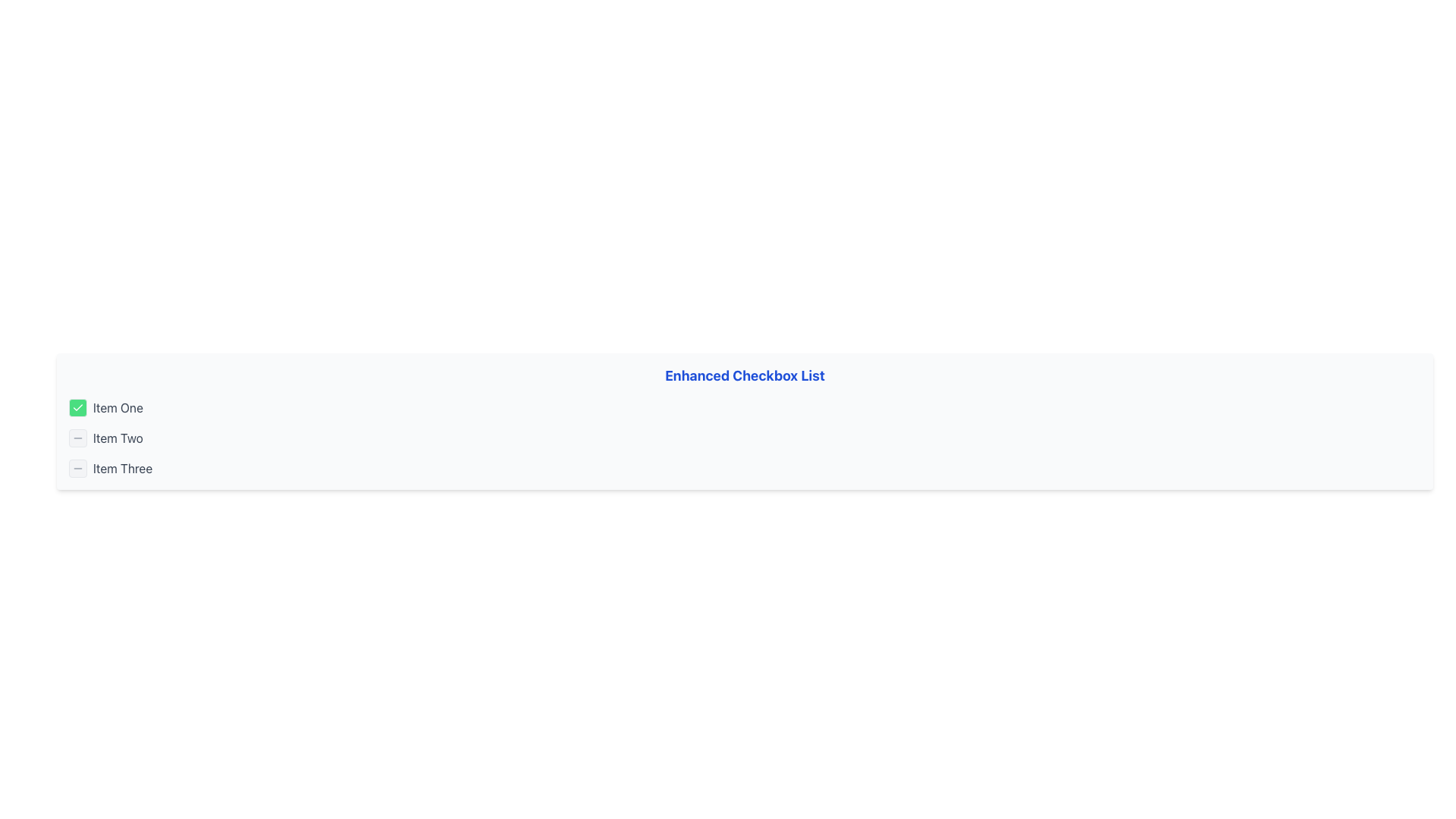  What do you see at coordinates (77, 438) in the screenshot?
I see `the Icon Button associated with 'Item Two'` at bounding box center [77, 438].